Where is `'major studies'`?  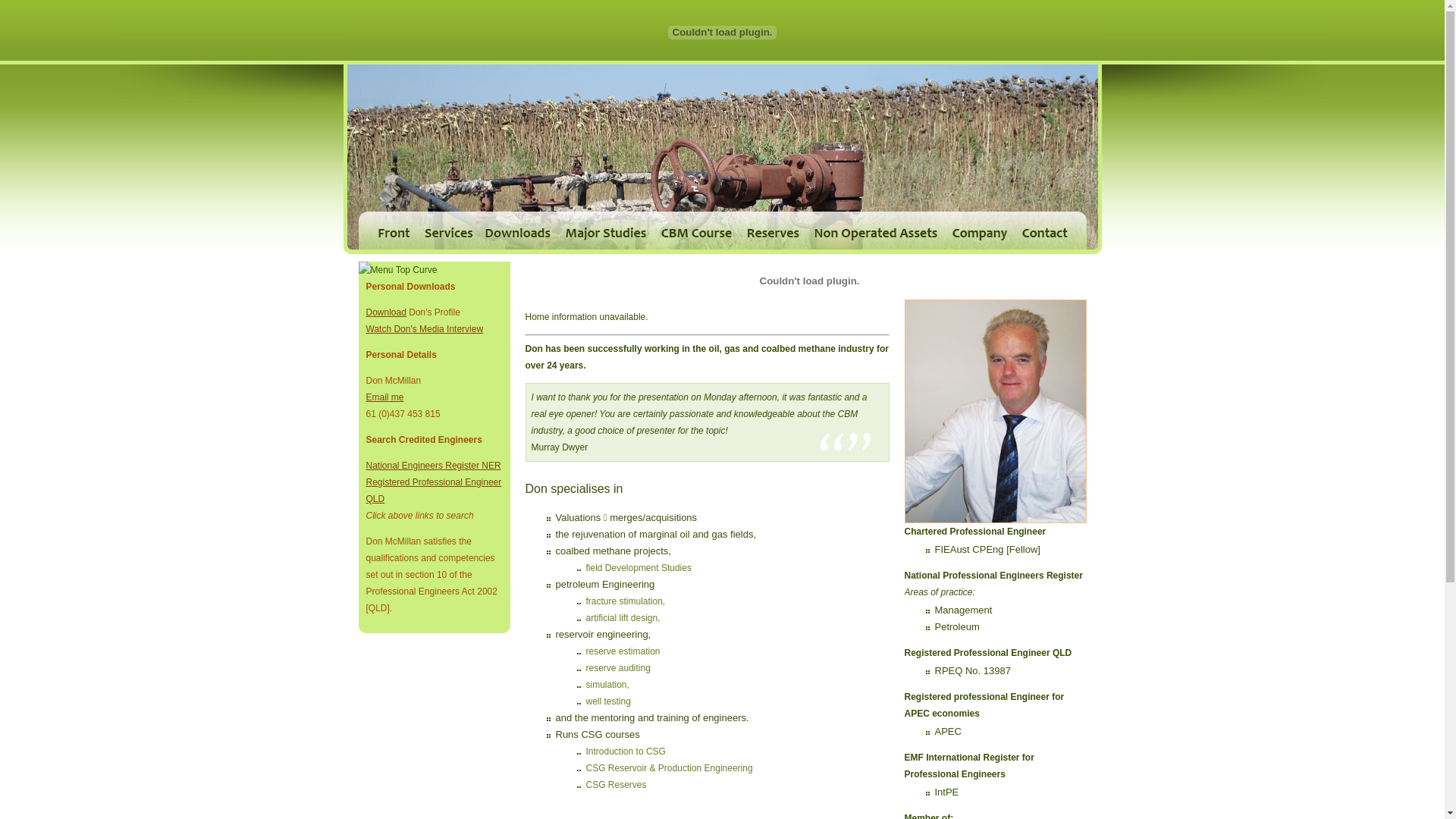
'major studies' is located at coordinates (604, 231).